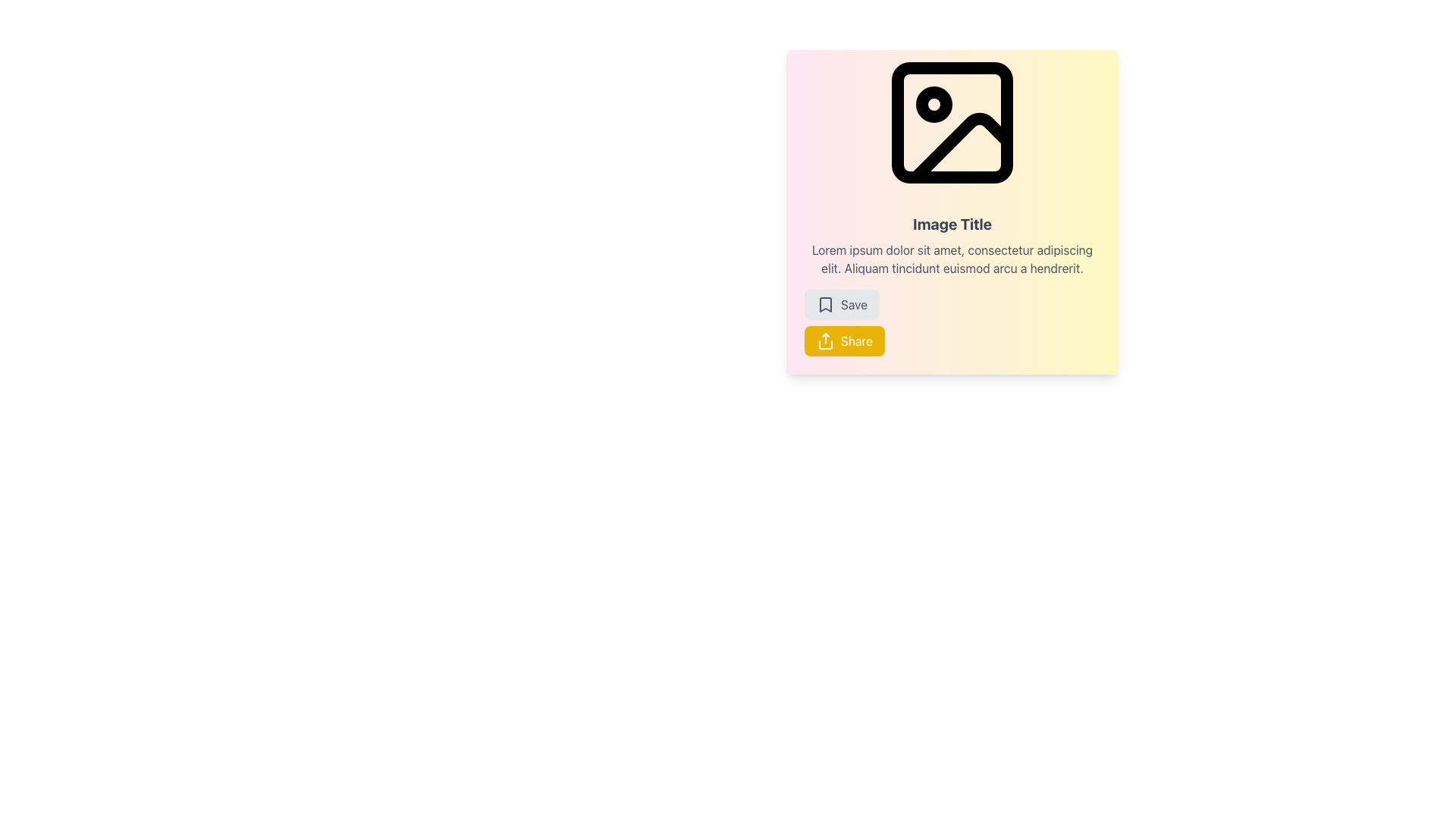 Image resolution: width=1456 pixels, height=819 pixels. Describe the element at coordinates (952, 259) in the screenshot. I see `the text content area that provides detailed information, located below the 'Image Title' and above the 'Save' and 'Share' buttons in the card layout` at that location.